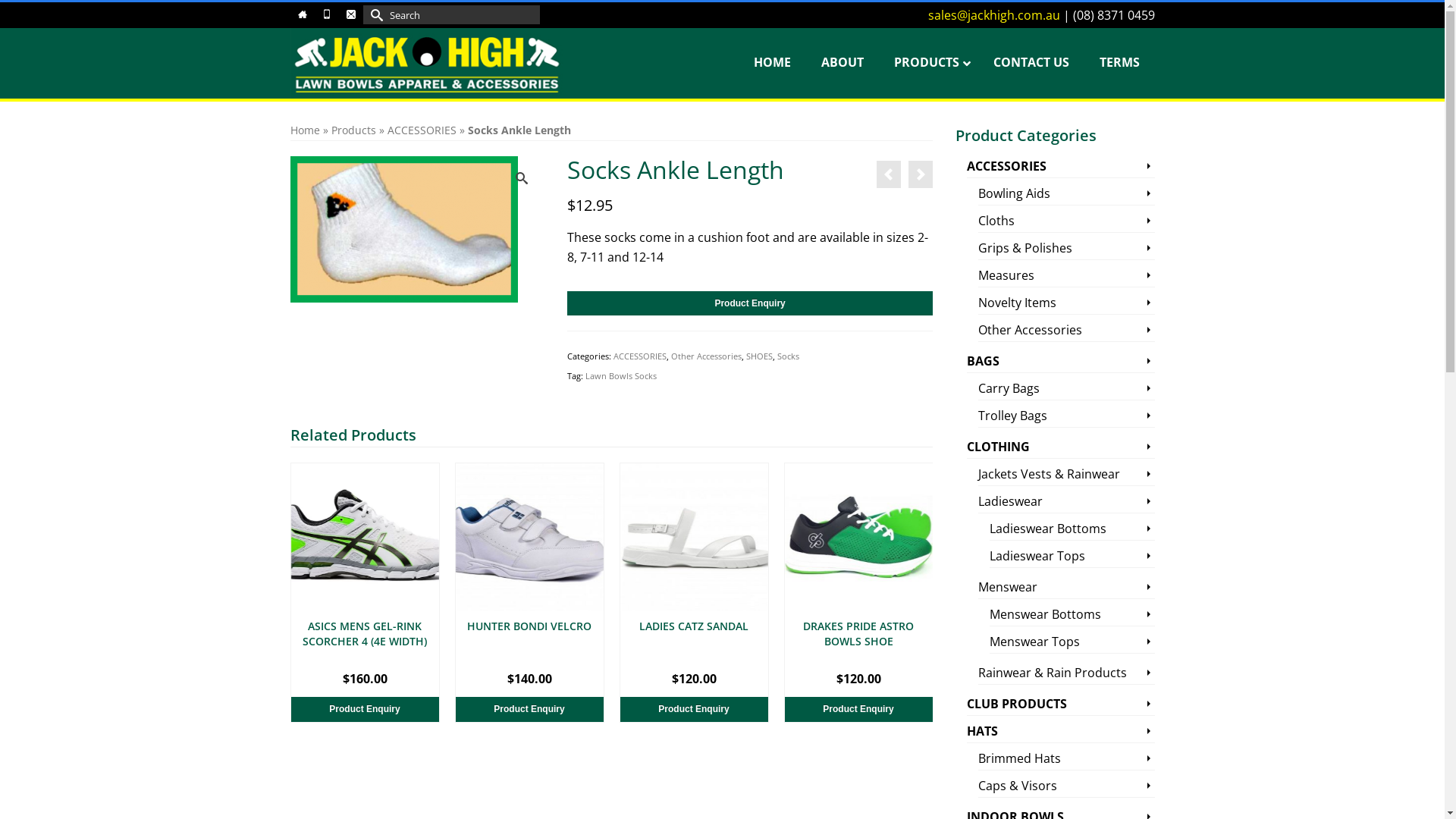  I want to click on 'Grips & Polishes', so click(1065, 247).